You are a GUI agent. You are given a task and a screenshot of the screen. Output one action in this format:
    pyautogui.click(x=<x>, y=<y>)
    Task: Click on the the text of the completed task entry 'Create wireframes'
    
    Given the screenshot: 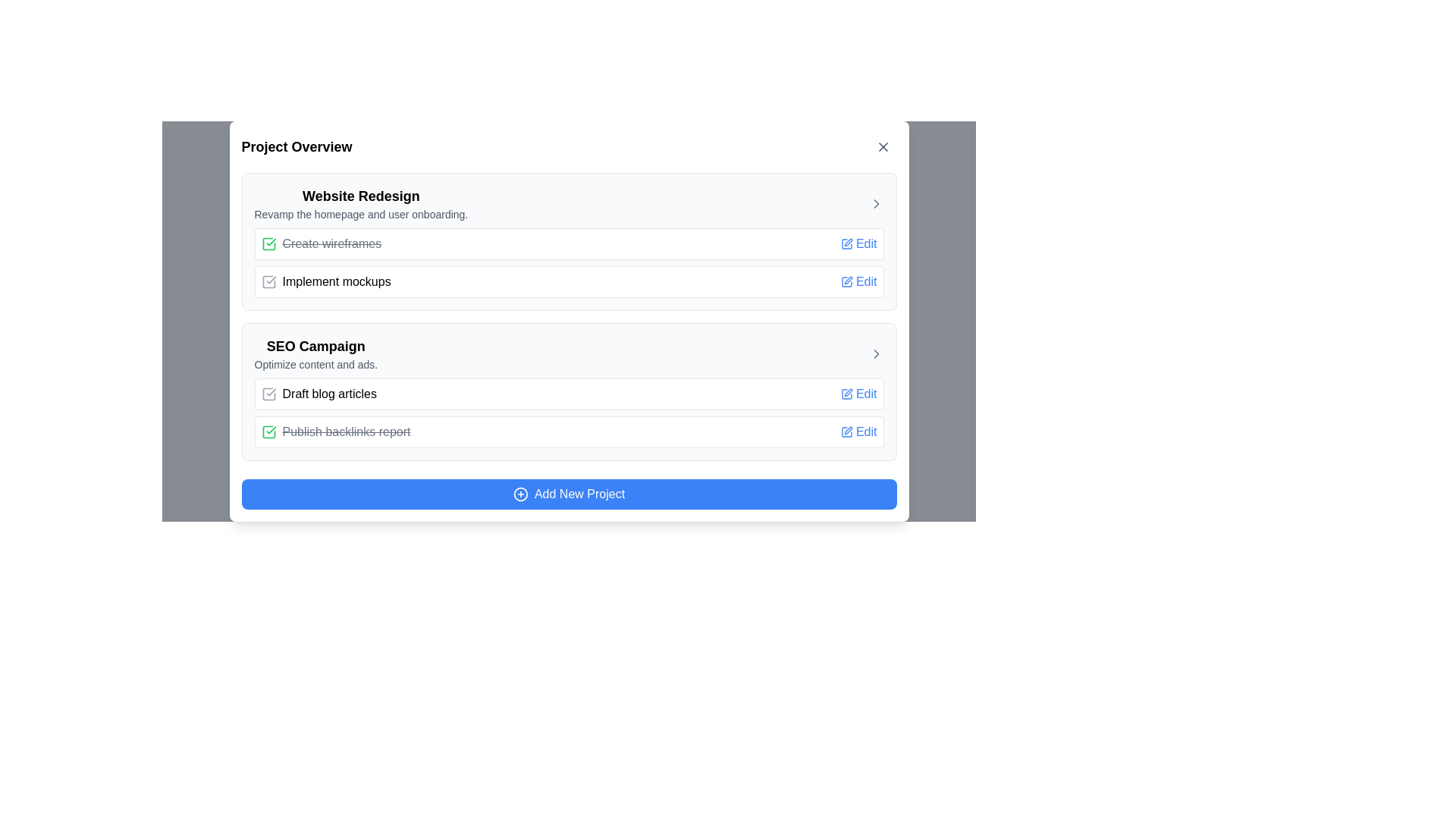 What is the action you would take?
    pyautogui.click(x=320, y=243)
    